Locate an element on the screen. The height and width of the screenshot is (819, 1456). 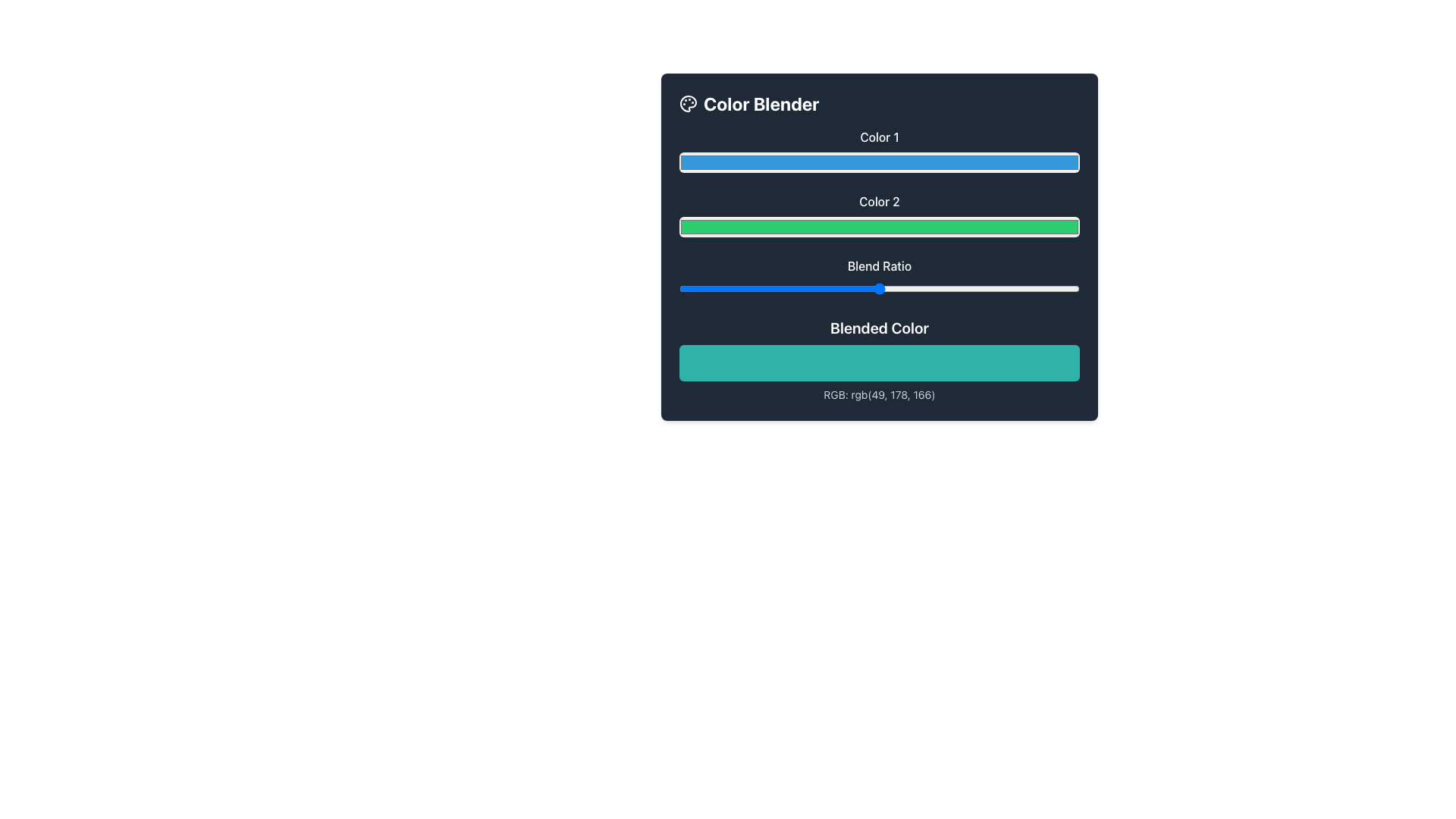
the color picker input field with a rounded border filled with blue color (#3498db) that is located below the label 'Color 1' is located at coordinates (880, 162).